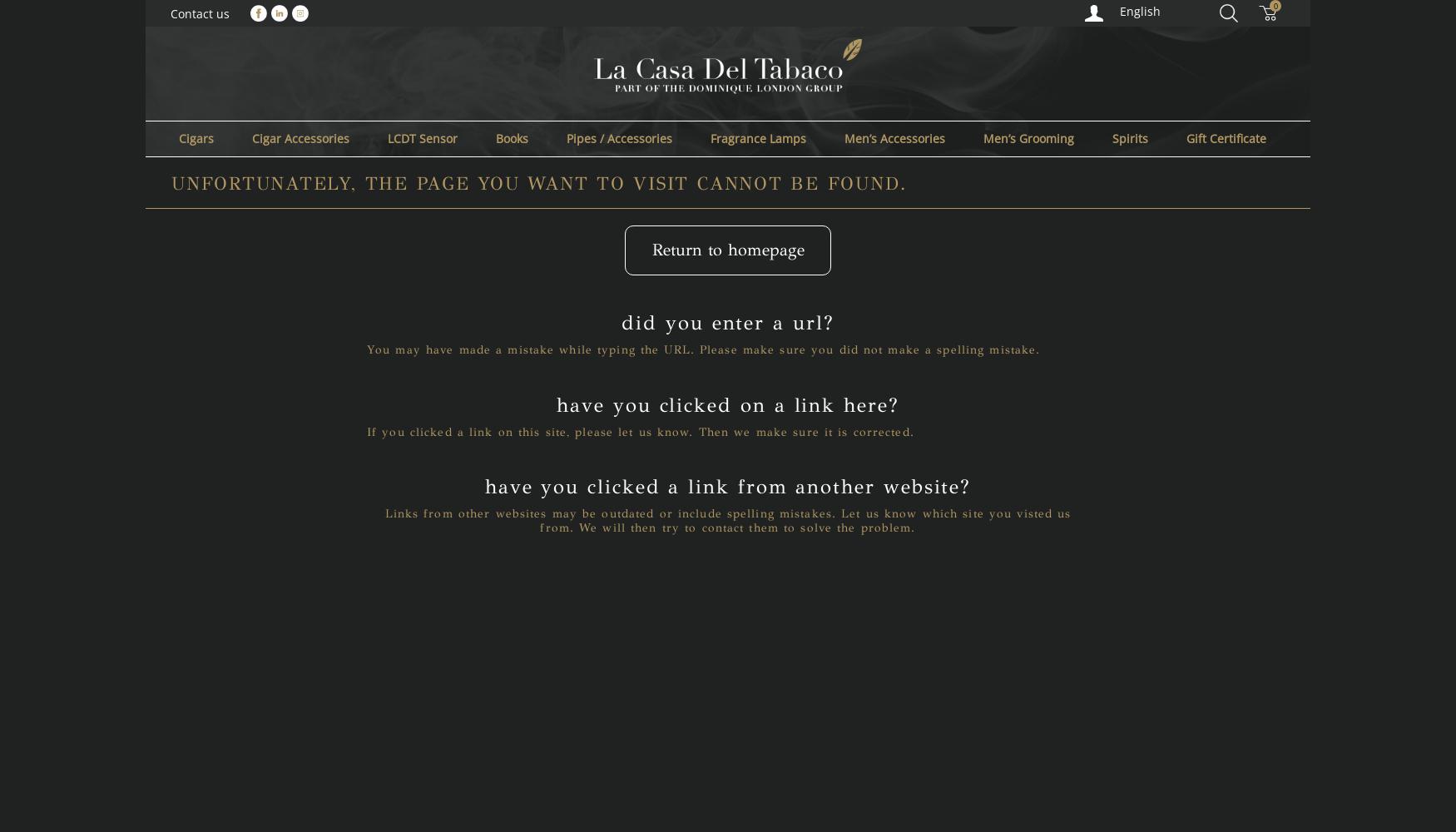 Image resolution: width=1456 pixels, height=832 pixels. What do you see at coordinates (727, 486) in the screenshot?
I see `'Have you clicked a link from another website?'` at bounding box center [727, 486].